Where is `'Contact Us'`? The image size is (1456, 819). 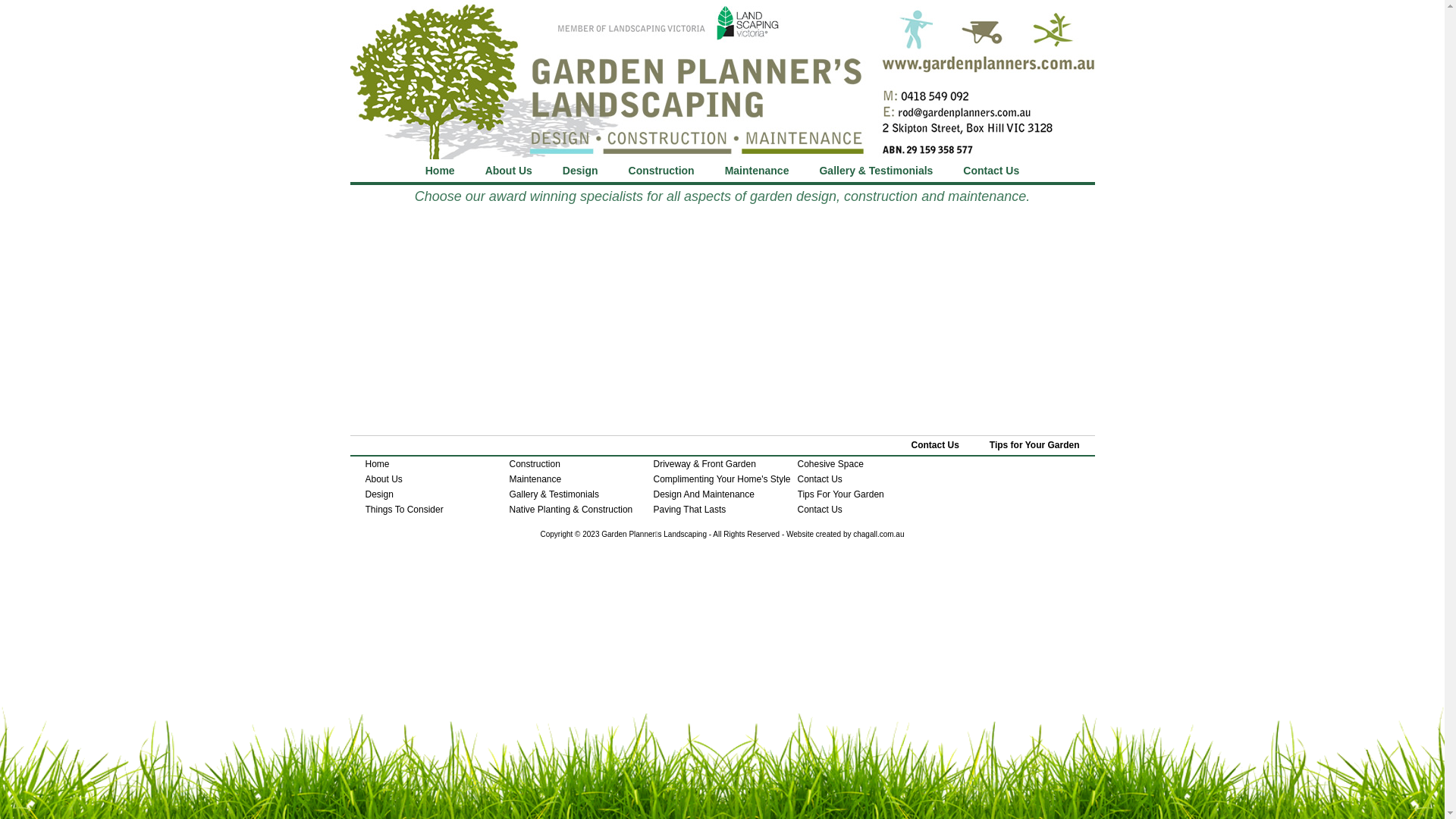 'Contact Us' is located at coordinates (934, 444).